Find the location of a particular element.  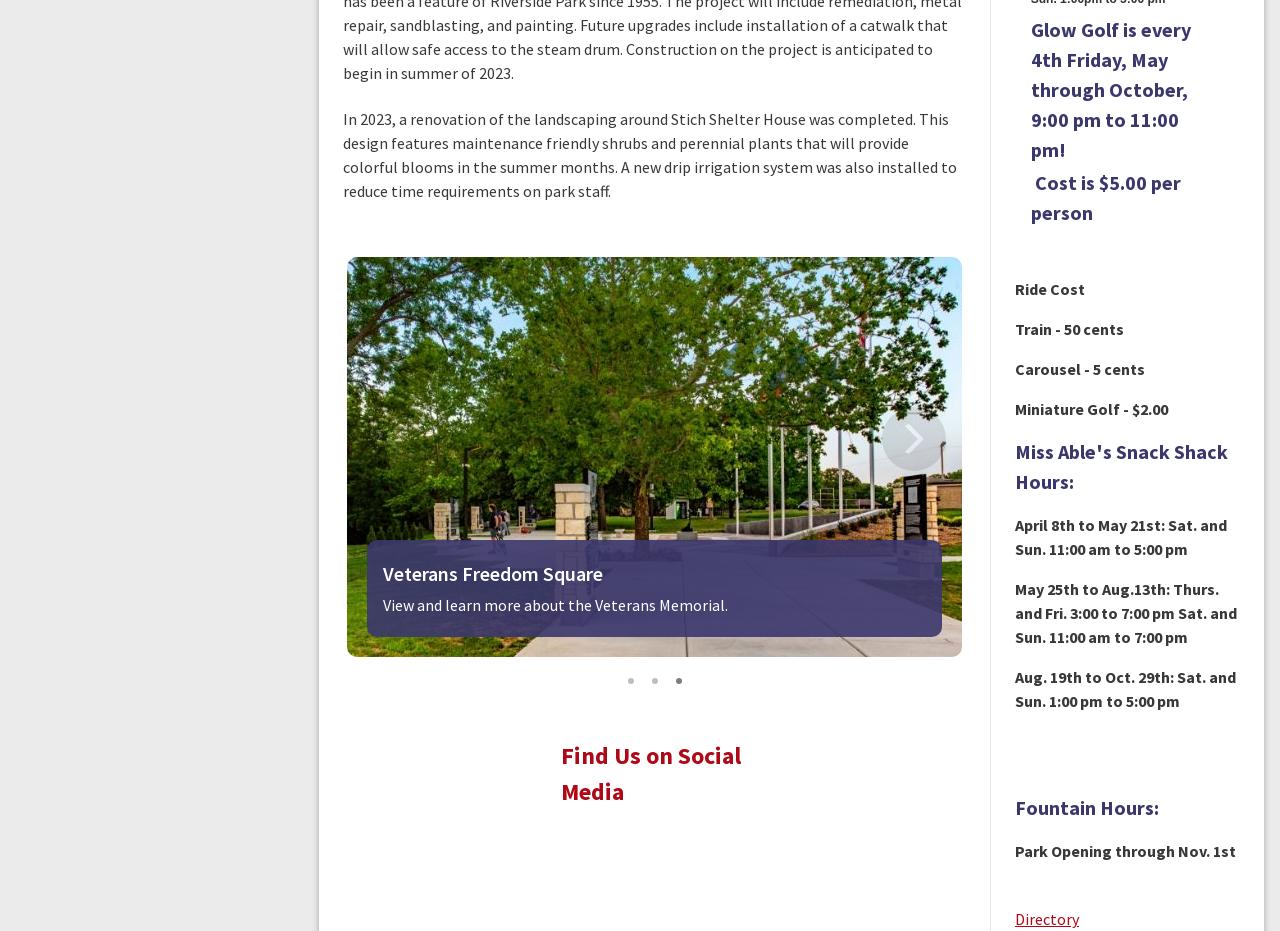

'Miniature Golf - $2.00' is located at coordinates (1089, 407).